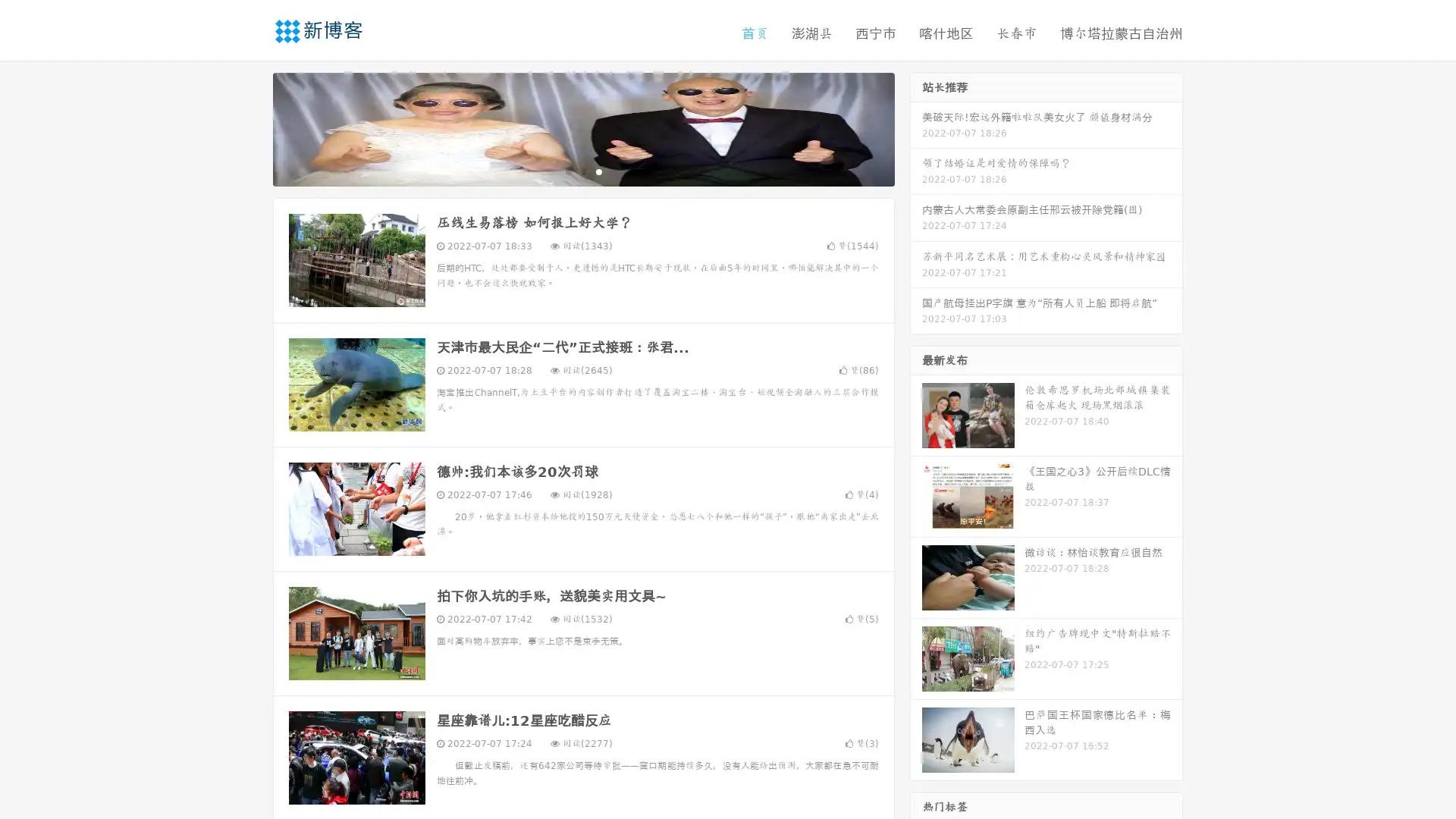 The image size is (1456, 819). What do you see at coordinates (250, 127) in the screenshot?
I see `Previous slide` at bounding box center [250, 127].